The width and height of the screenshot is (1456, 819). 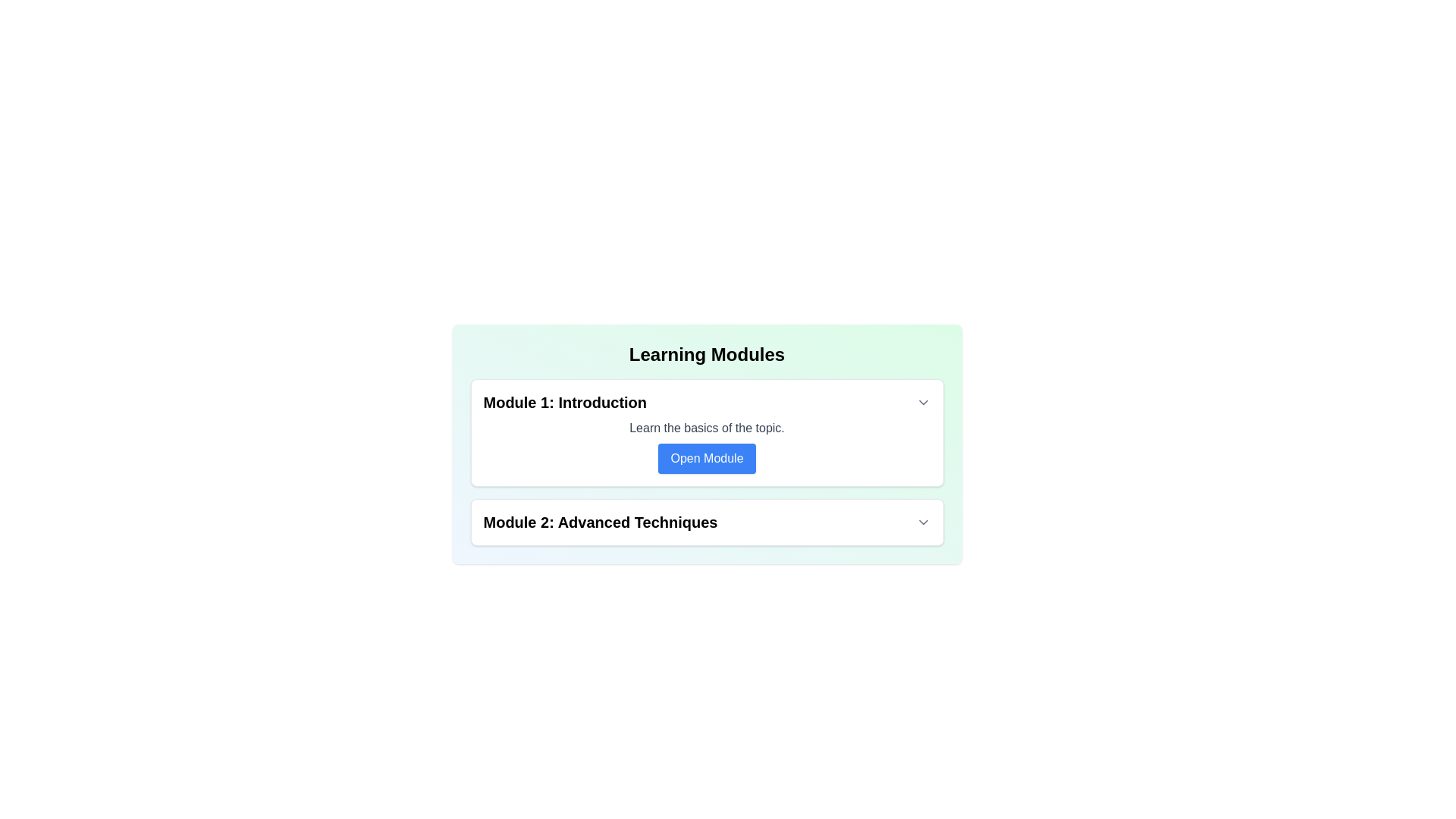 What do you see at coordinates (706, 522) in the screenshot?
I see `the dropdown arrow associated with the 'Module 2: Advanced Techniques' text display` at bounding box center [706, 522].